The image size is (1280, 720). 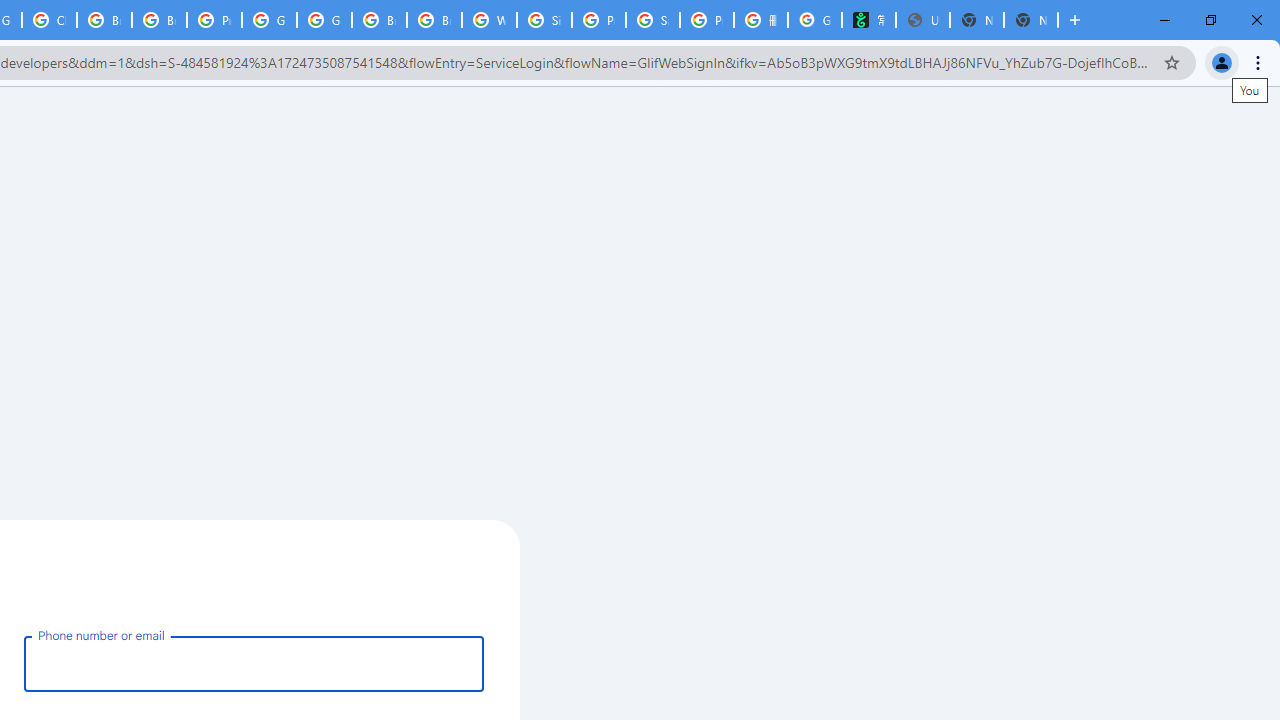 I want to click on 'You', so click(x=1220, y=61).